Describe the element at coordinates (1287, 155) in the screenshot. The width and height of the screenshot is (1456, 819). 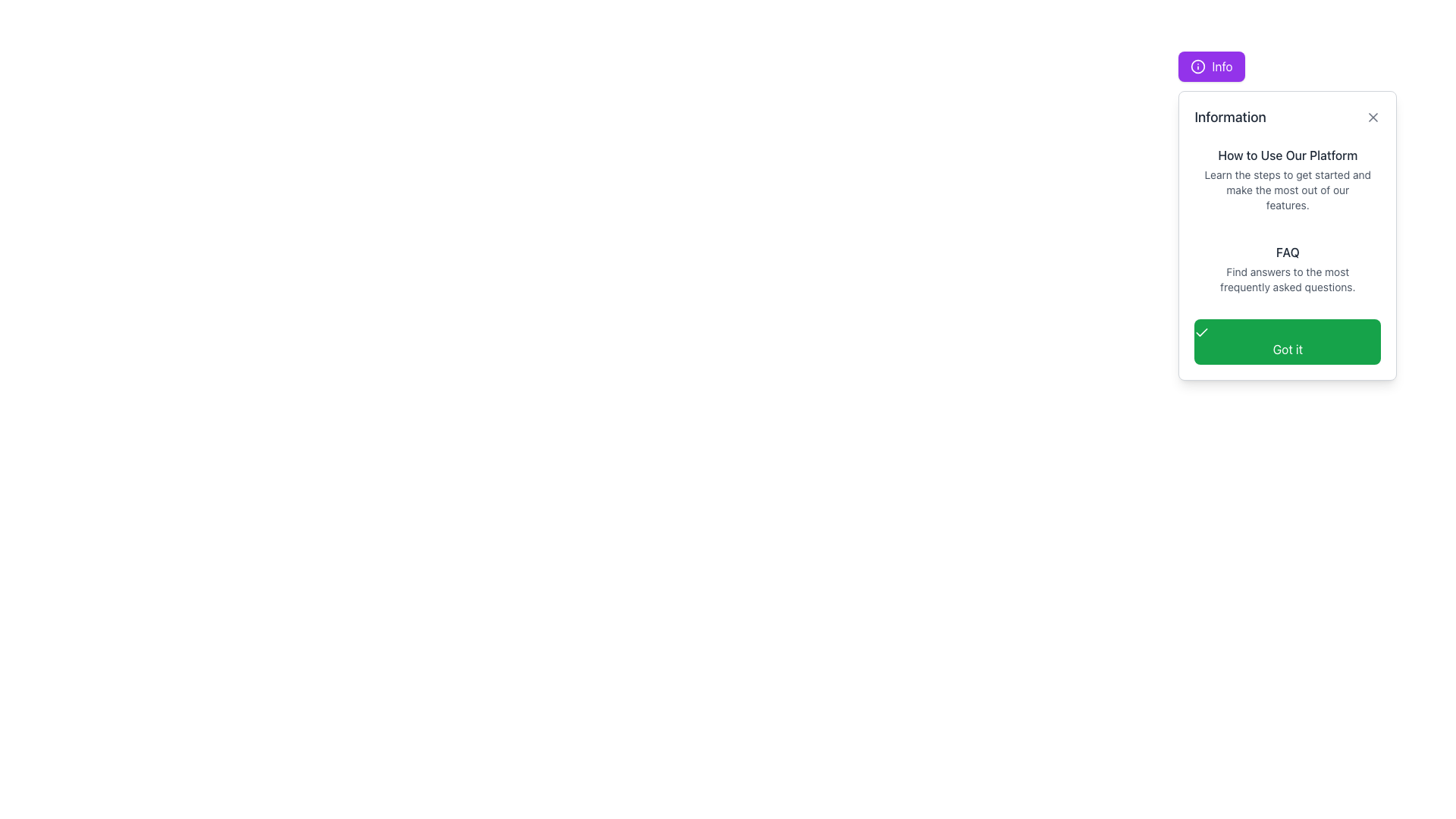
I see `text label displaying 'How to Use Our Platform', which is styled in bold dark gray and located at the top of the 'Information' card` at that location.